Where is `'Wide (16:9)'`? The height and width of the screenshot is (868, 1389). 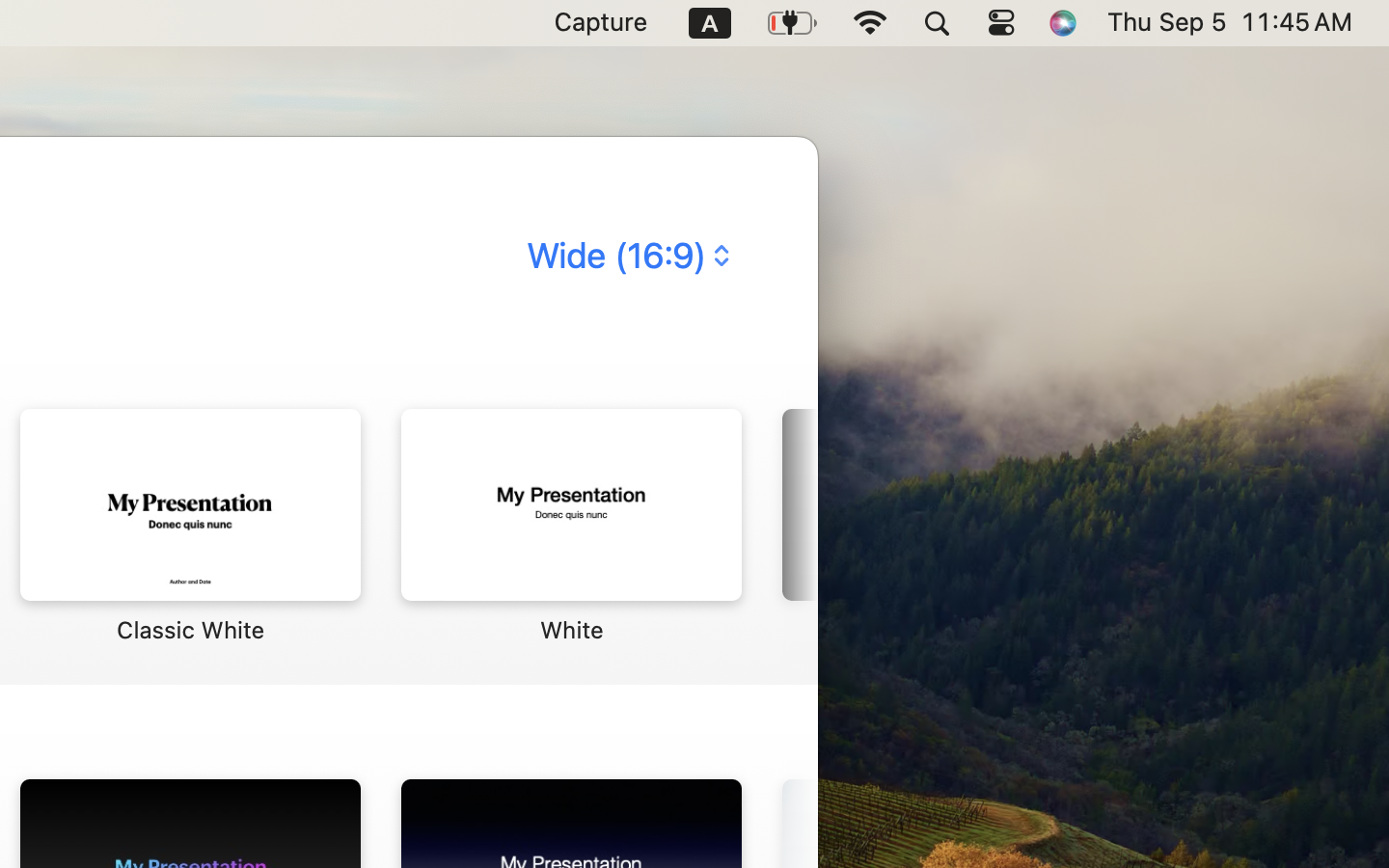
'Wide (16:9)' is located at coordinates (625, 254).